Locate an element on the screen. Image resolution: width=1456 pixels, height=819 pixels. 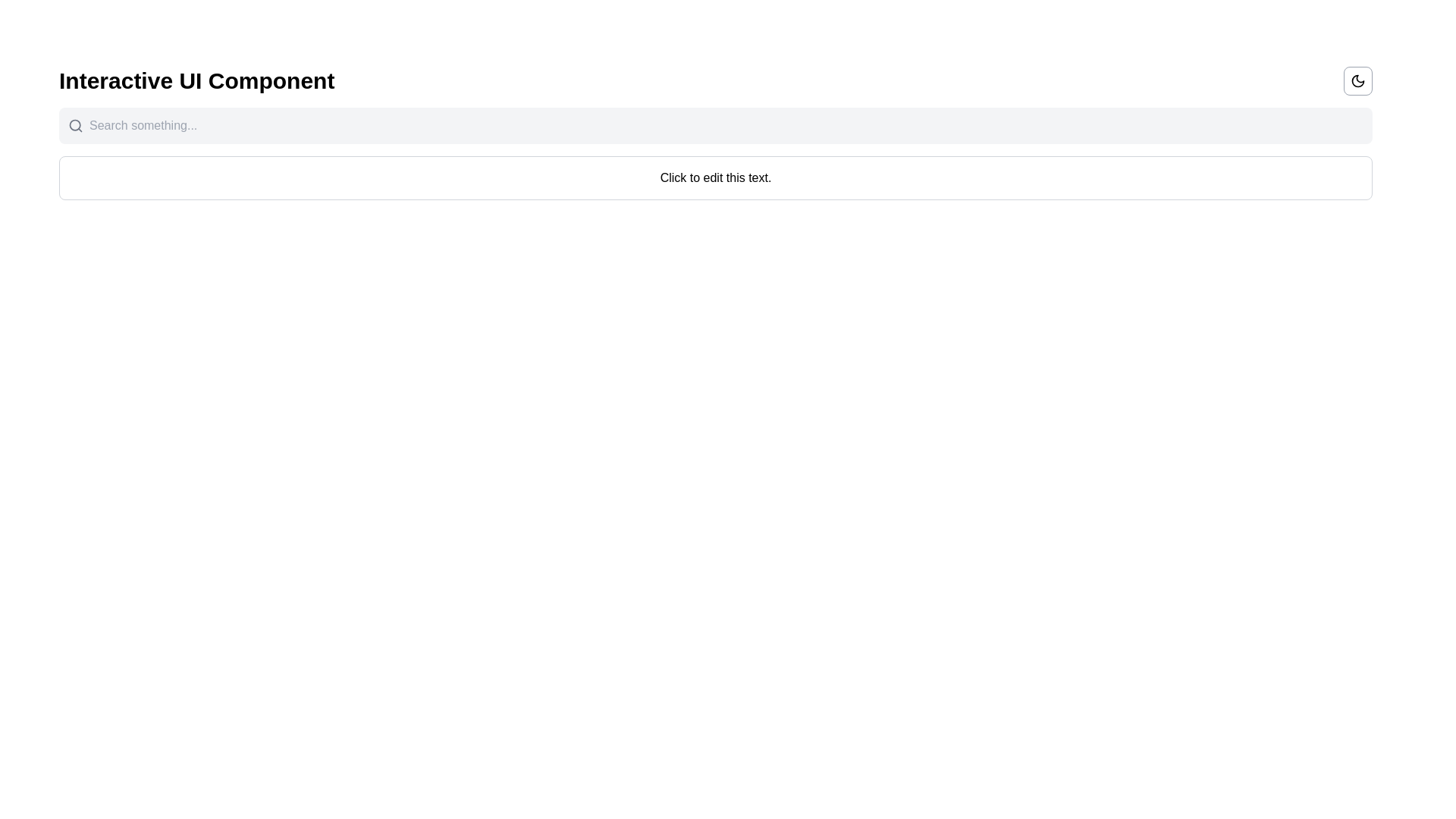
the Editable Text Section that prompts the user with 'Click to edit this text.' is located at coordinates (715, 177).